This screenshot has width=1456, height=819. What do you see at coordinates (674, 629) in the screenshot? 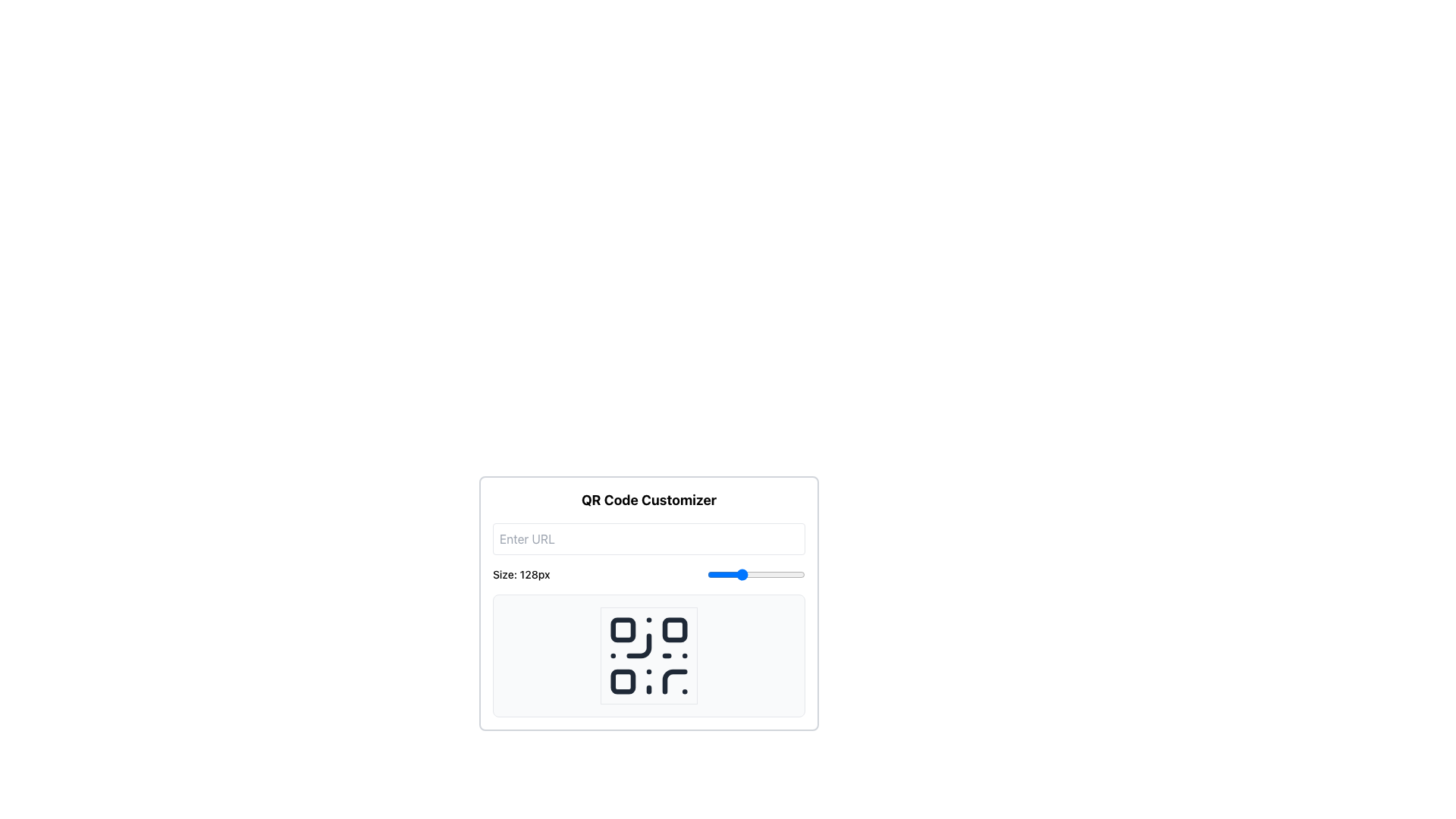
I see `the second square block within the top row of the QR code, which has rounded corners and no visible fill or stroke` at bounding box center [674, 629].